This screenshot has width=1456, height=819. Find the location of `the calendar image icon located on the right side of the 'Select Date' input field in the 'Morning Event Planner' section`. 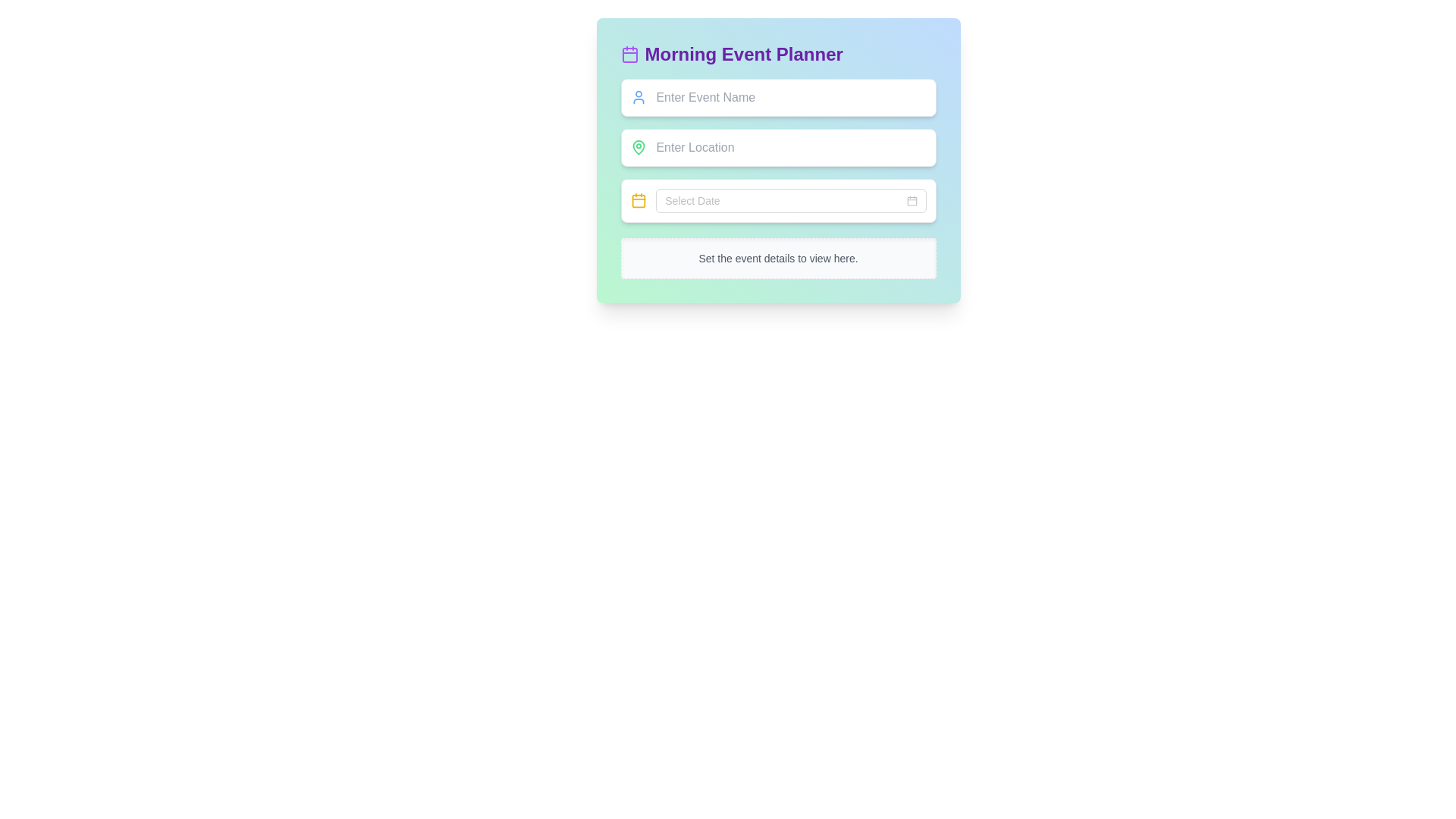

the calendar image icon located on the right side of the 'Select Date' input field in the 'Morning Event Planner' section is located at coordinates (911, 200).